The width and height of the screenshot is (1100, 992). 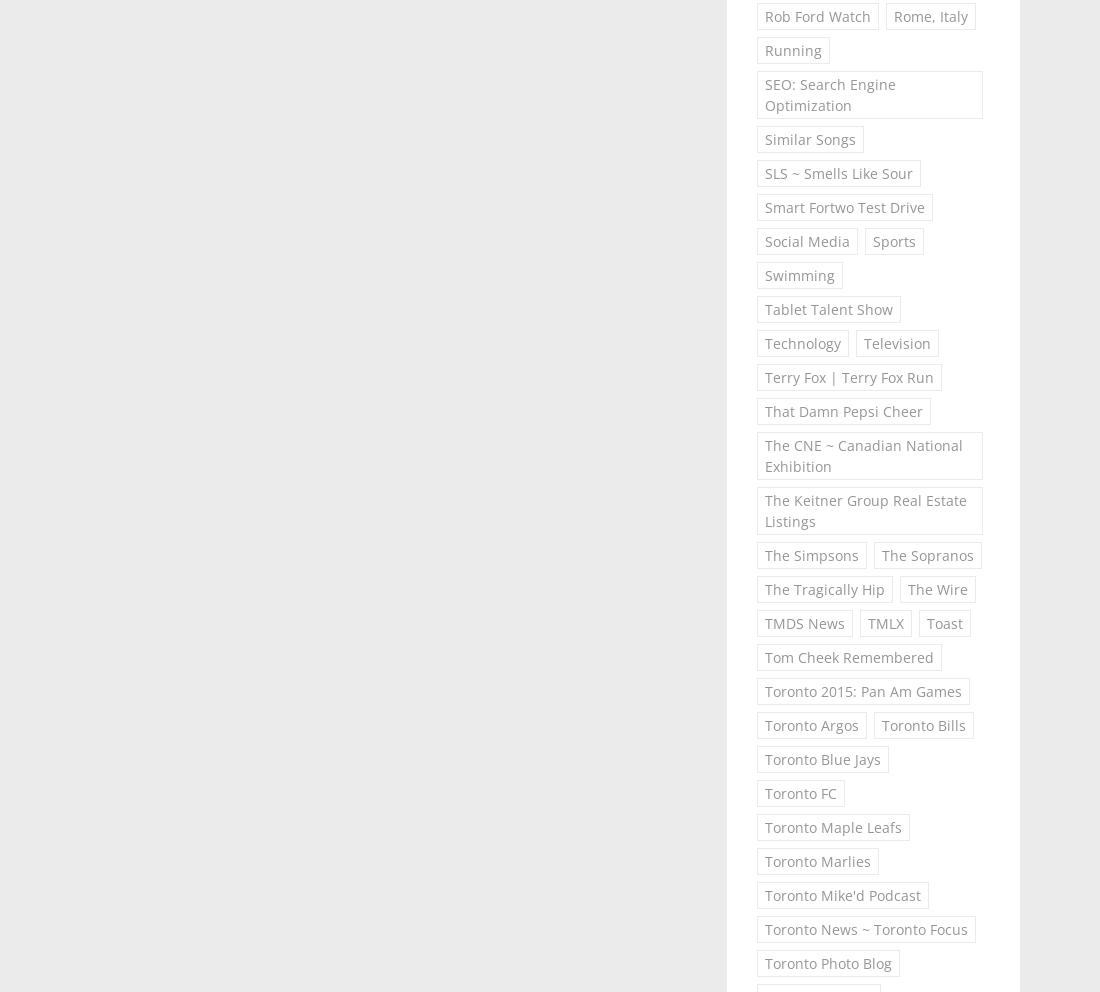 What do you see at coordinates (842, 411) in the screenshot?
I see `'That Damn Pepsi Cheer'` at bounding box center [842, 411].